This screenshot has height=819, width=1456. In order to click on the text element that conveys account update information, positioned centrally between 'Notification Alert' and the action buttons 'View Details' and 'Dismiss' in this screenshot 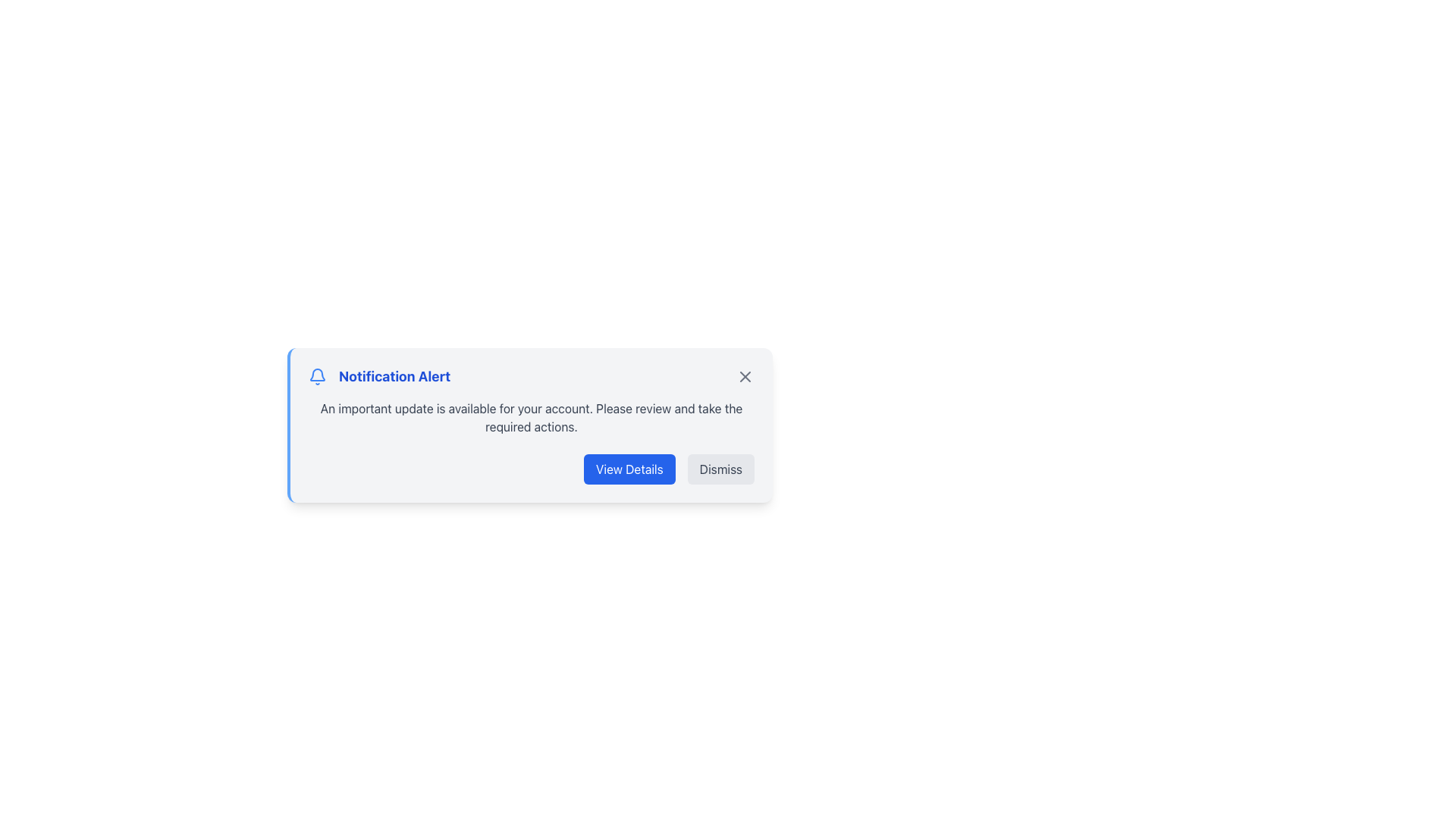, I will do `click(531, 418)`.